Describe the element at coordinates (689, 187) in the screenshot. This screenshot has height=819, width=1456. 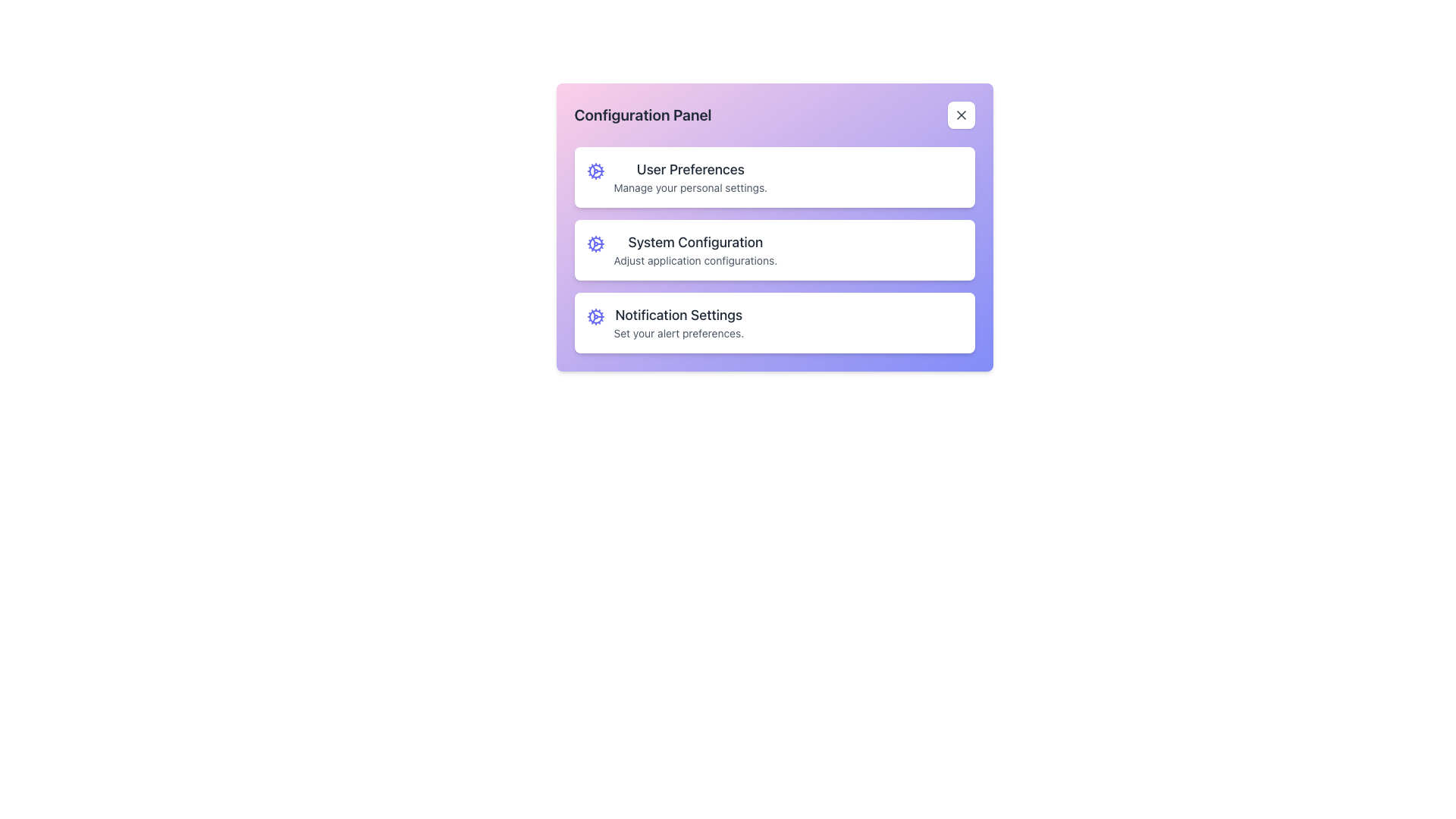
I see `the text label that reads 'Manage your personal settings.' located under the 'User Preferences' header in the configuration panel` at that location.